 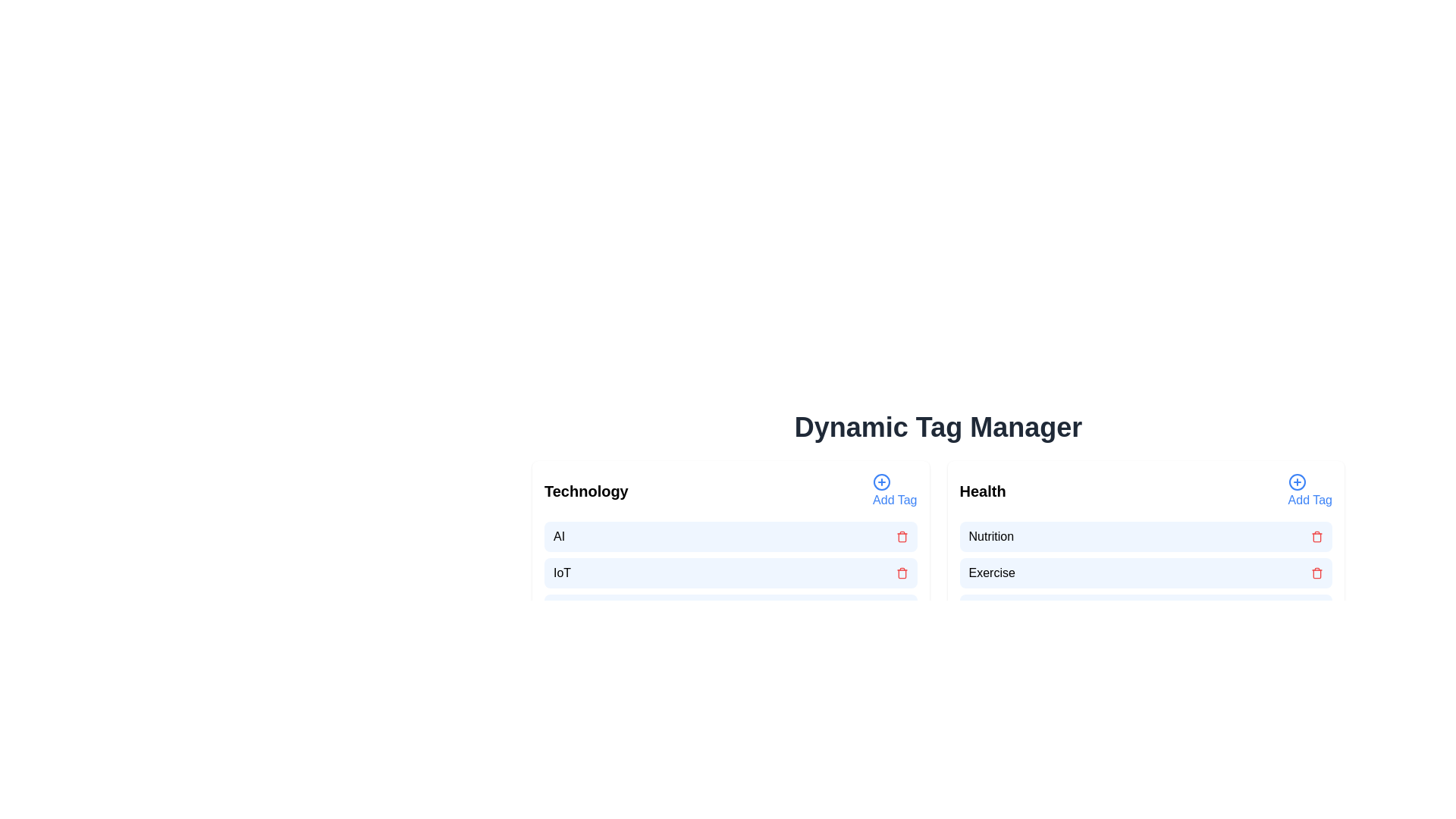 I want to click on the 'Nutrition' static text label, so click(x=991, y=536).